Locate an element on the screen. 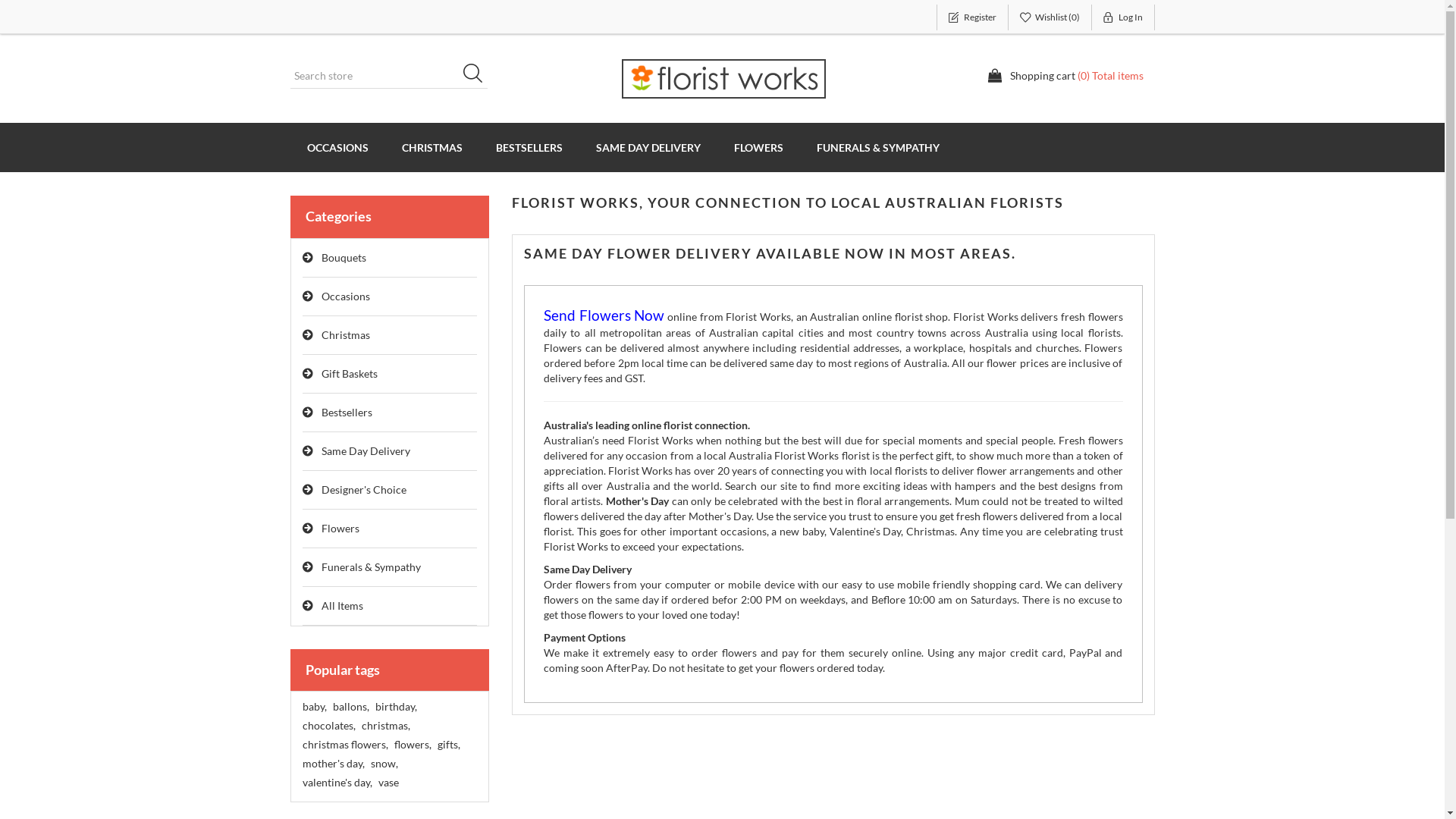 The width and height of the screenshot is (1456, 819). 'Send Flowers Now' is located at coordinates (603, 315).